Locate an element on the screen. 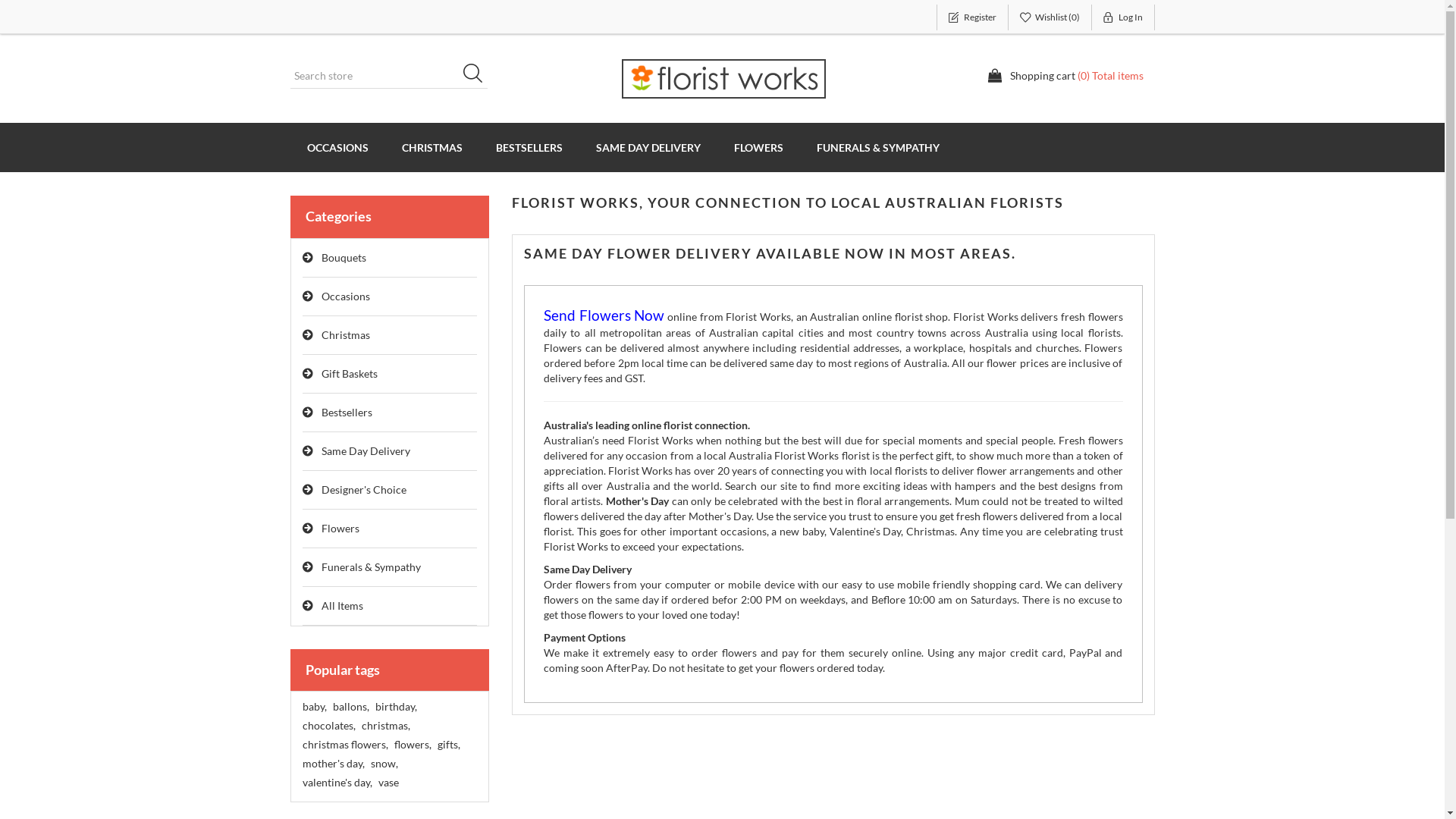 The width and height of the screenshot is (1456, 819). 'Send Flowers Now' is located at coordinates (603, 315).